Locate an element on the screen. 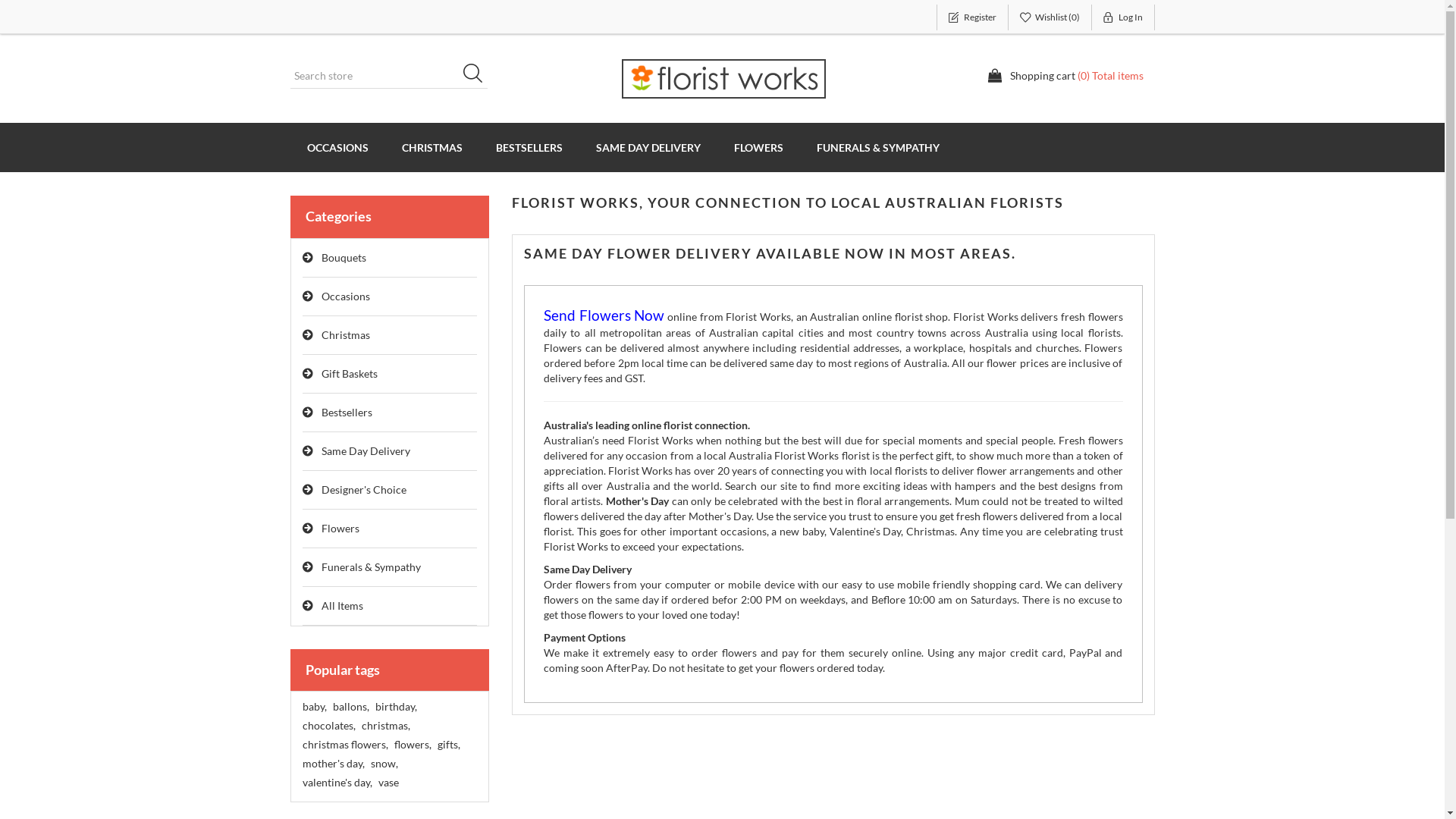 The width and height of the screenshot is (1456, 819). 'Send Flowers Now' is located at coordinates (603, 315).